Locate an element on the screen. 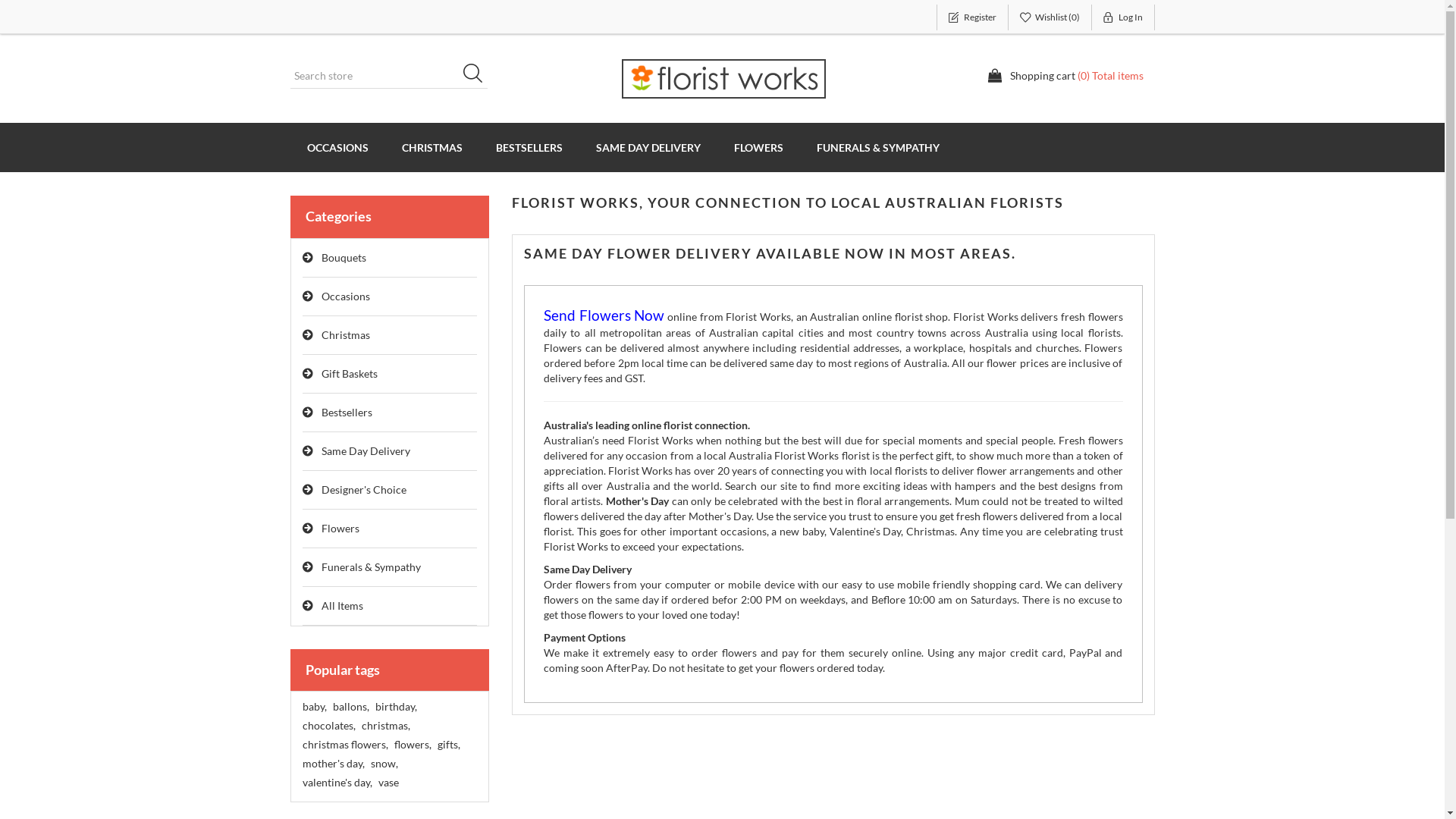 The width and height of the screenshot is (1456, 819). 'Send Flowers Now' is located at coordinates (603, 315).